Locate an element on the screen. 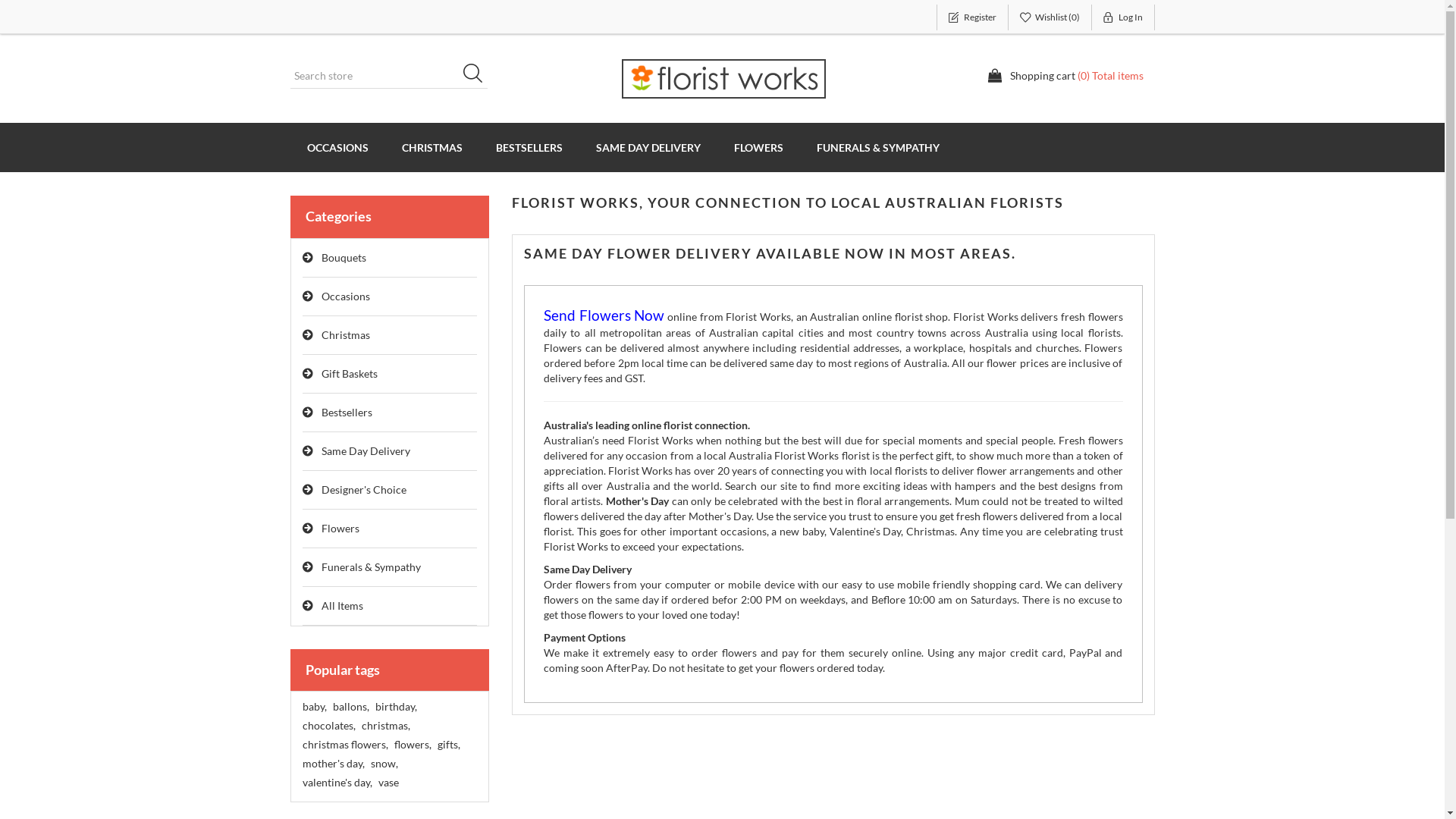 The width and height of the screenshot is (1456, 819). 'Send Flowers Now' is located at coordinates (603, 315).